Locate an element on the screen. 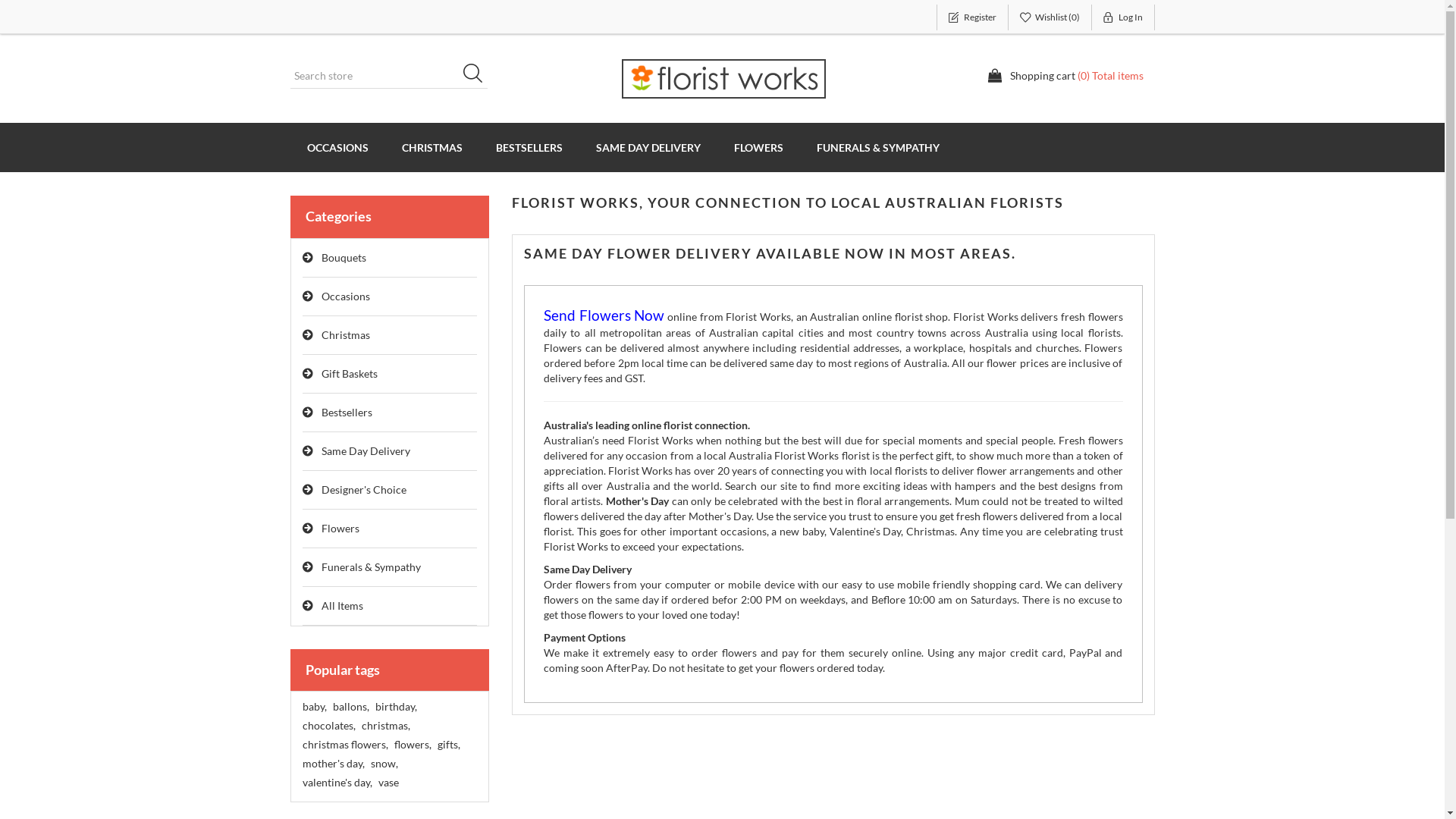 The width and height of the screenshot is (1456, 819). 'Send Flowers Now' is located at coordinates (603, 315).